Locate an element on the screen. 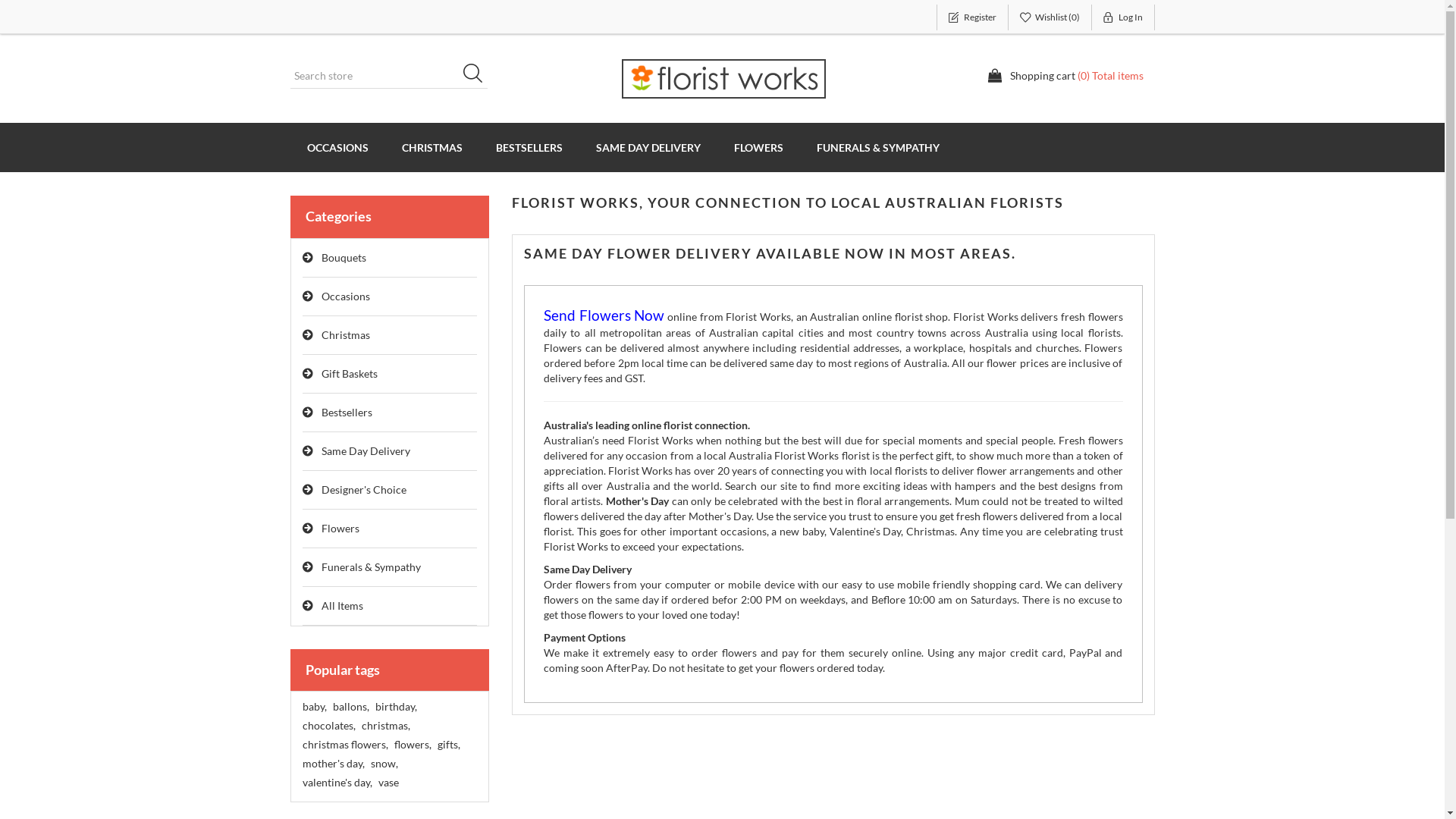 The width and height of the screenshot is (1456, 819). 'Send Flowers Now' is located at coordinates (603, 315).